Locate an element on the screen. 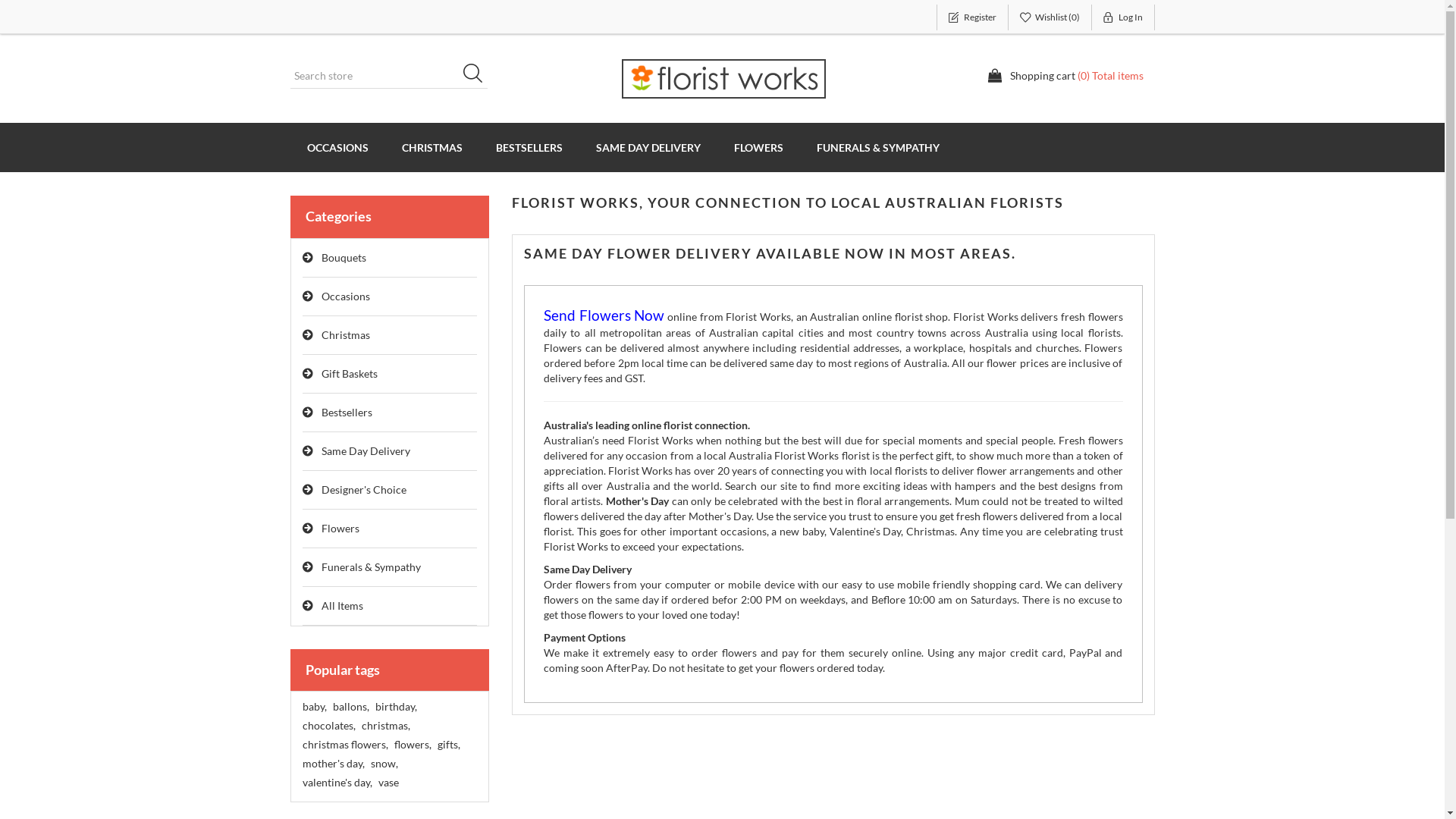 The width and height of the screenshot is (1456, 819). 'Send Flowers Now' is located at coordinates (603, 315).